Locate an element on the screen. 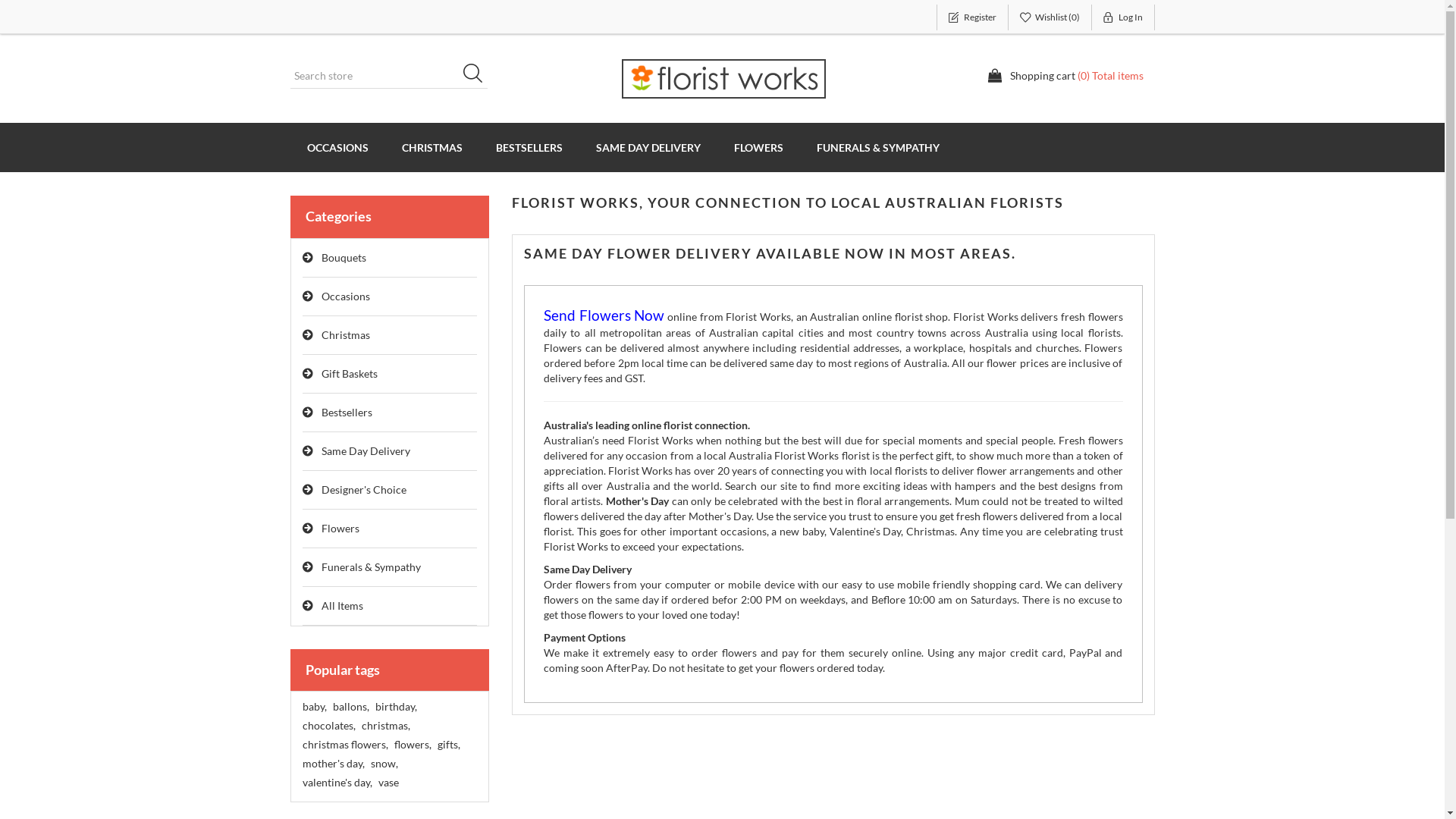 The width and height of the screenshot is (1456, 819). 'Send Flowers Now' is located at coordinates (603, 315).